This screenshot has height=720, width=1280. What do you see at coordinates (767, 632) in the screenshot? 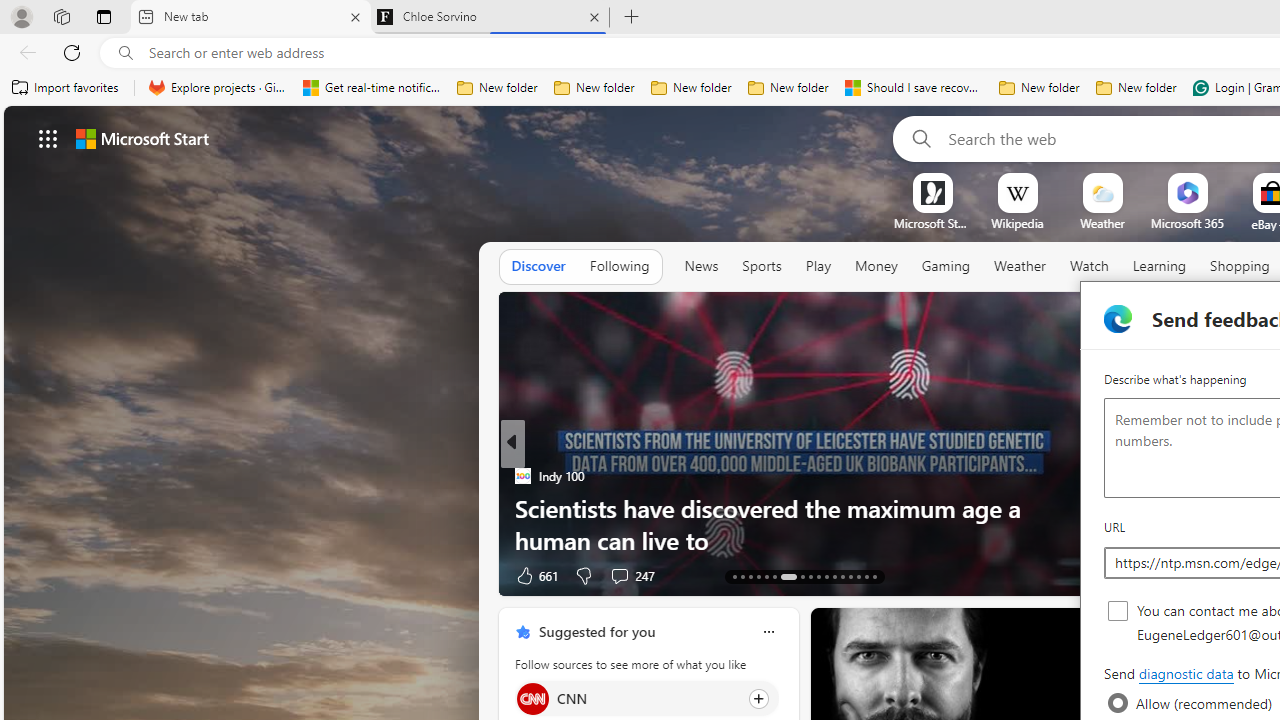
I see `'Class: icon-img'` at bounding box center [767, 632].